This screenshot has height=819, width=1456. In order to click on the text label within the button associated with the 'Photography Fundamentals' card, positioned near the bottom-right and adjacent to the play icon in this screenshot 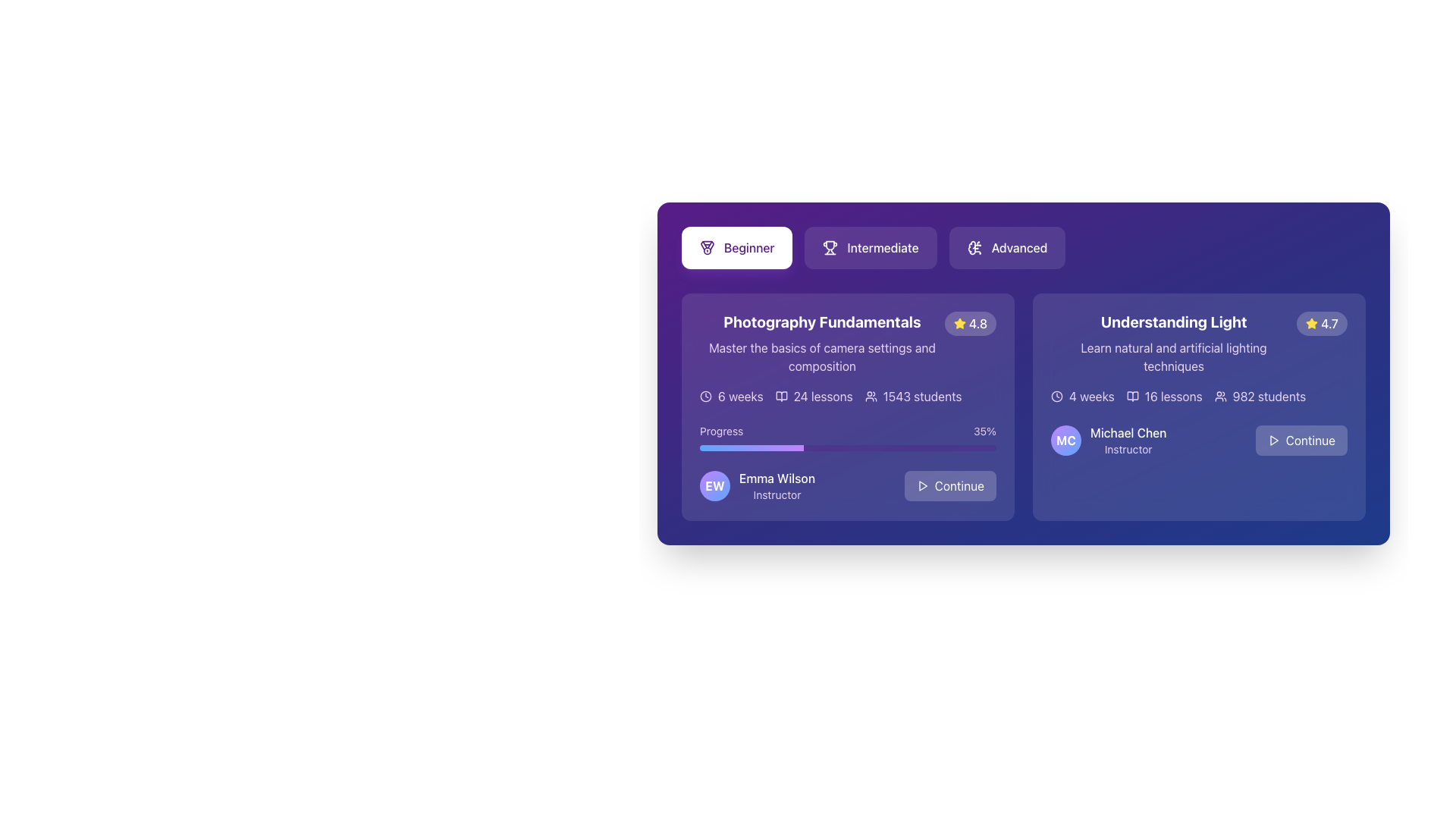, I will do `click(959, 485)`.